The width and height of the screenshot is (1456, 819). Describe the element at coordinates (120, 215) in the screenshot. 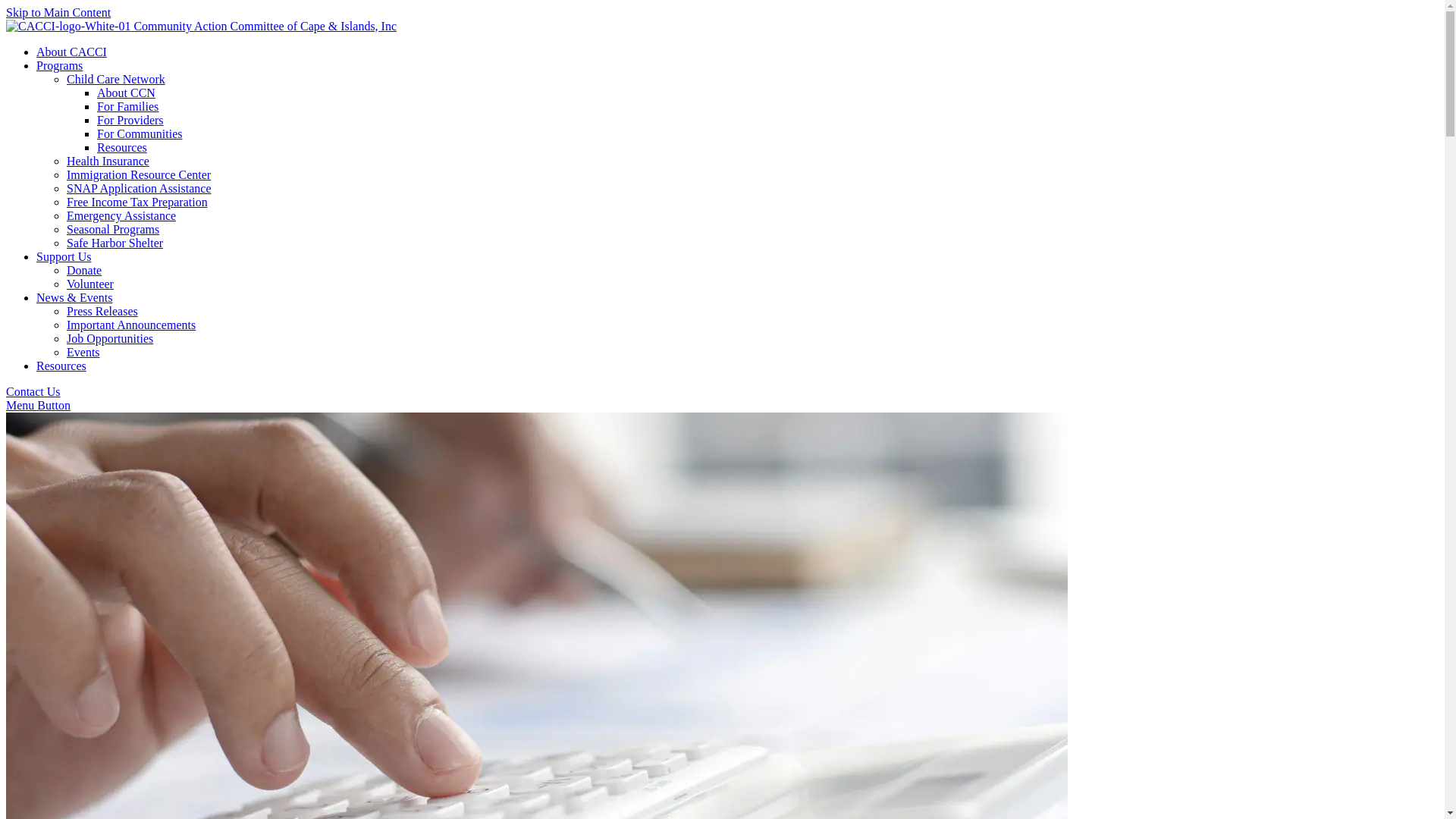

I see `'Emergency Assistance'` at that location.